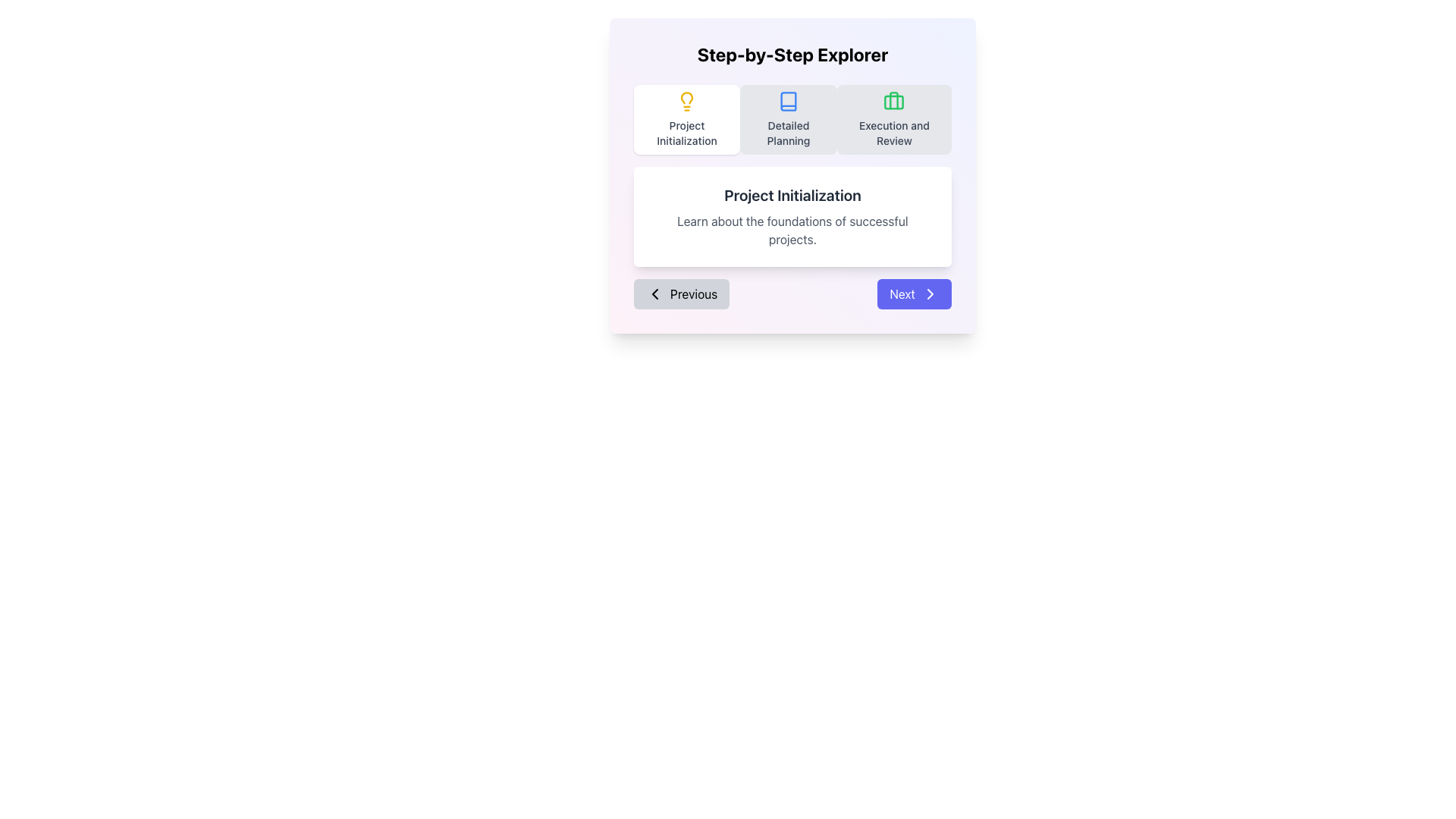 The height and width of the screenshot is (819, 1456). I want to click on heading text 'Project Initialization' located at the top of the card, which serves as the primary topic indicator for the content, so click(792, 195).